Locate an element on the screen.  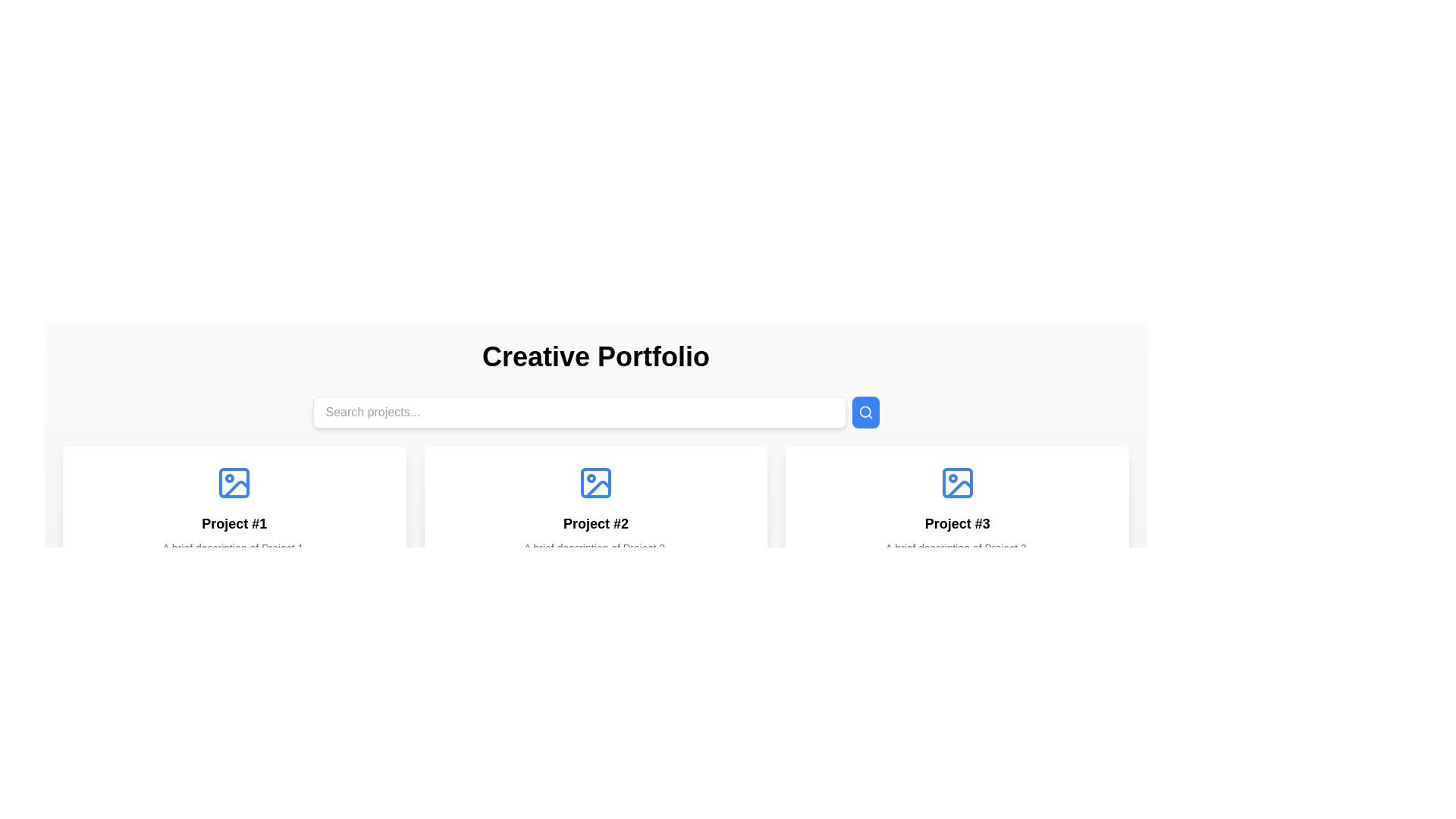
blue stylized image icon resembling a slanted triangle located in the card labeled 'Project #2' by clicking on it is located at coordinates (597, 489).